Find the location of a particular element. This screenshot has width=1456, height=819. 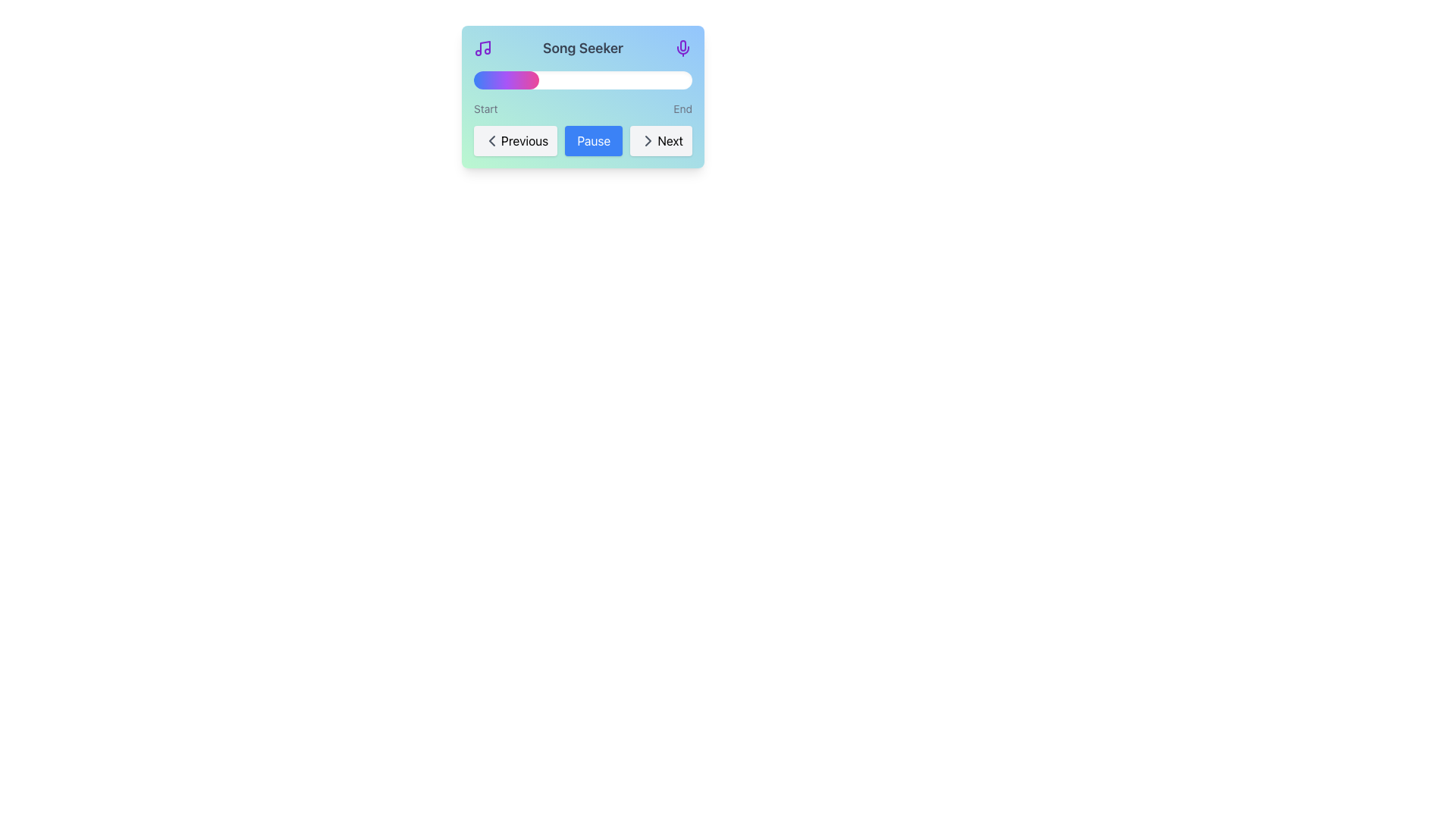

the small purple music icon located at the left side of the top bar of the 'Song Seeker' section is located at coordinates (482, 48).